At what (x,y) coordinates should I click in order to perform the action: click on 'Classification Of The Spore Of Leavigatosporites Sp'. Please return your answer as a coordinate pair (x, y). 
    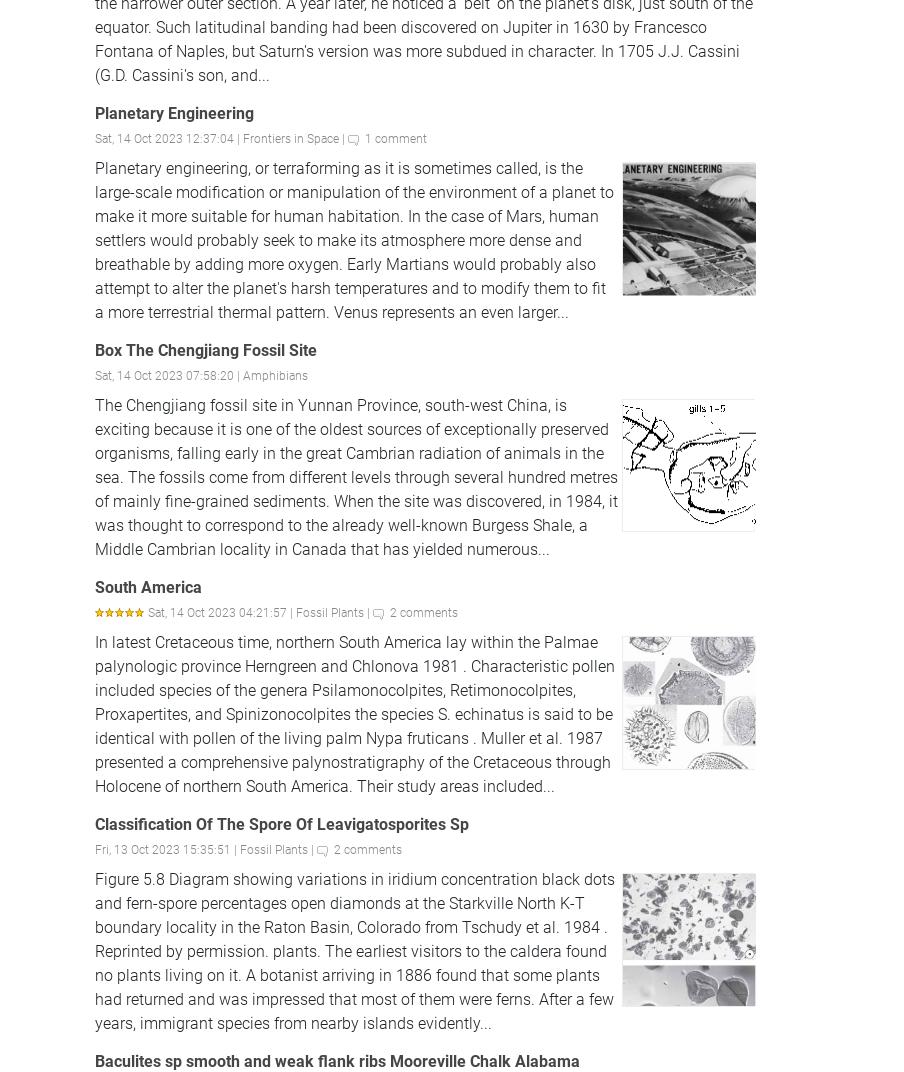
    Looking at the image, I should click on (280, 823).